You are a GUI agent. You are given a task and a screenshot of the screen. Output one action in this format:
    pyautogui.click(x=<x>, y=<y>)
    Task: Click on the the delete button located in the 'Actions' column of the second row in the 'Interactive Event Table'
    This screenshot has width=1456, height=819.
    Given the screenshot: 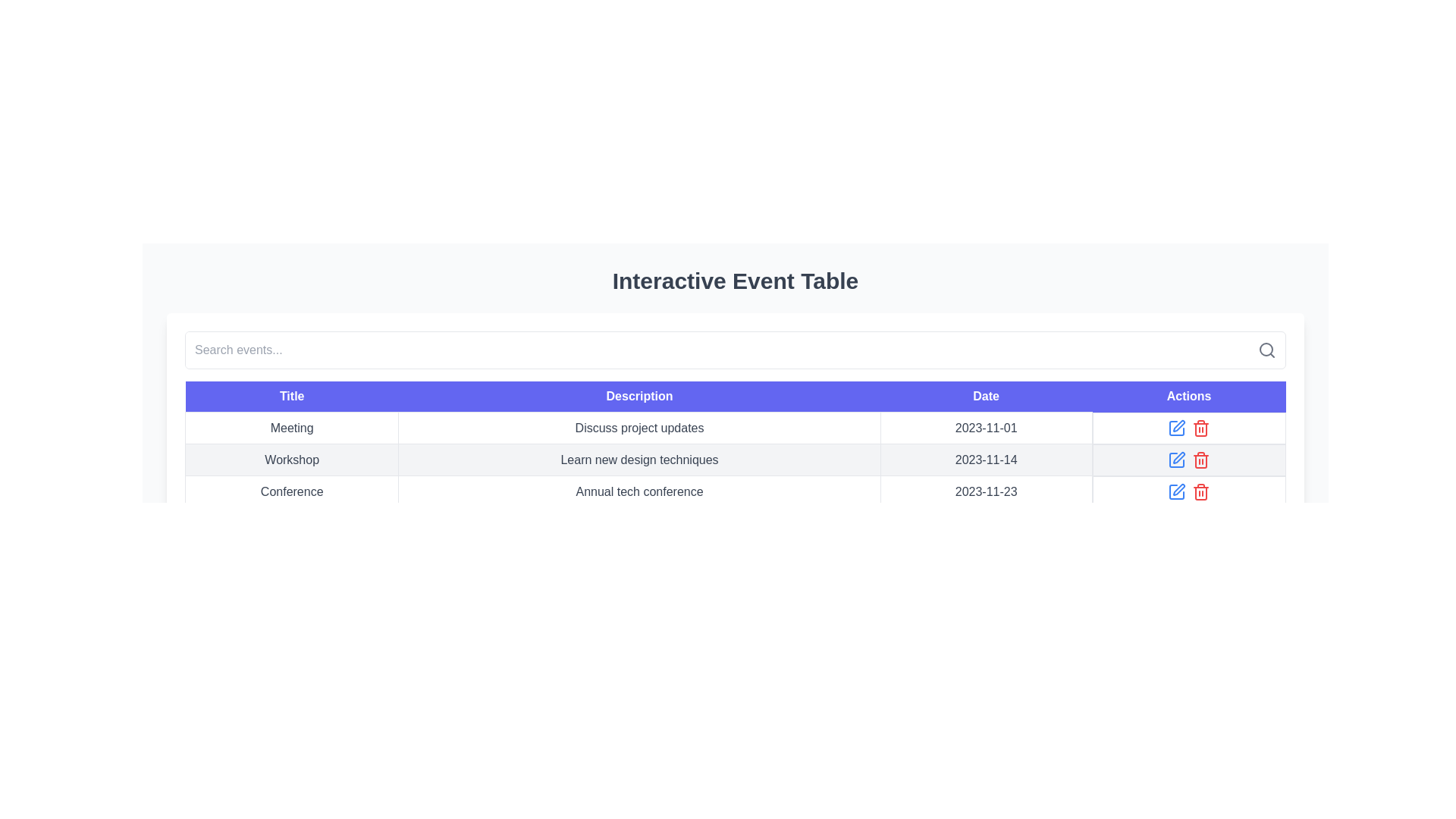 What is the action you would take?
    pyautogui.click(x=1200, y=459)
    